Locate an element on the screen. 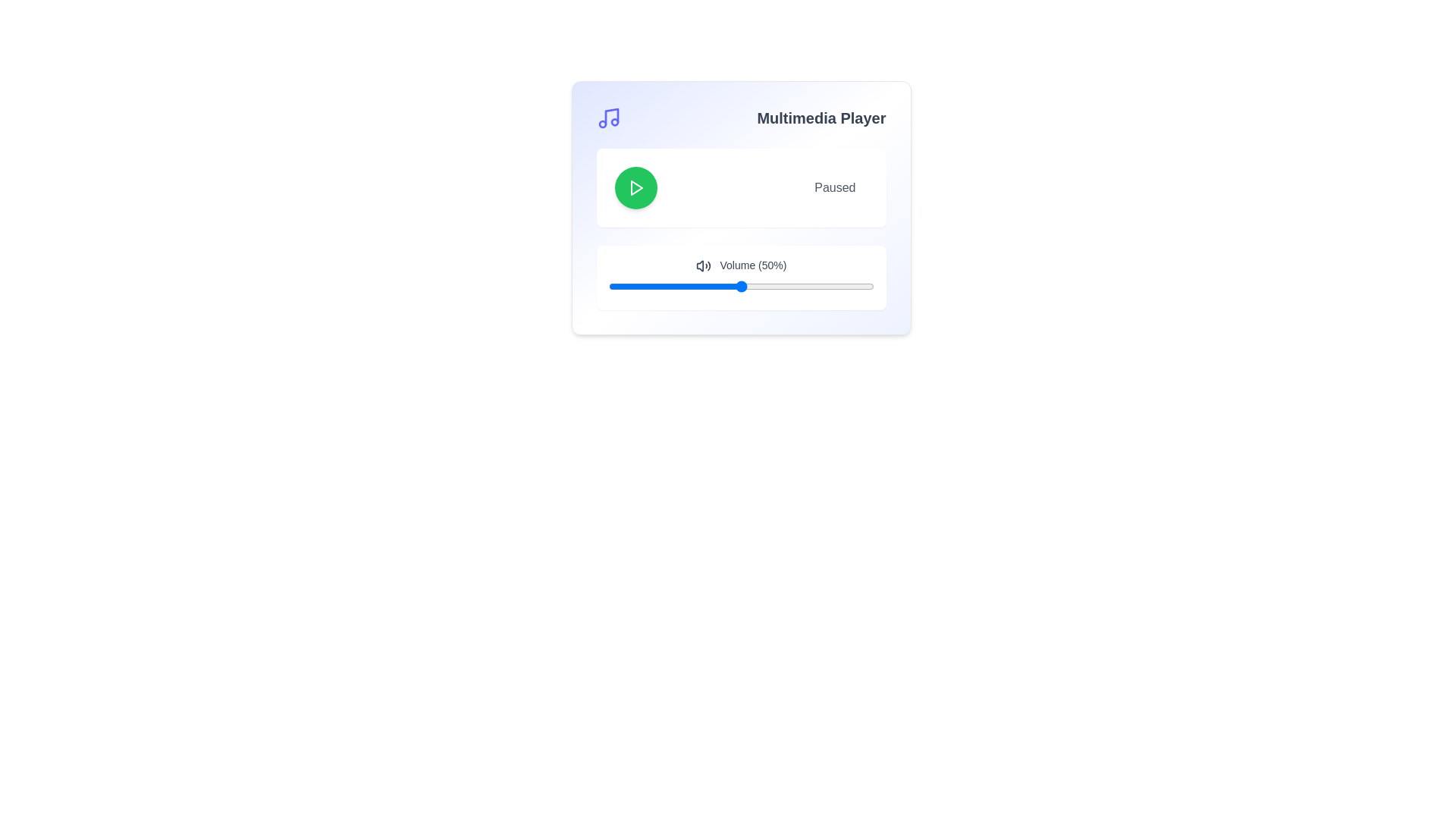 Image resolution: width=1456 pixels, height=819 pixels. the volume control icon, which is positioned to the left of the text label 'Volume (50%)', indicating sound level adjustments is located at coordinates (702, 265).